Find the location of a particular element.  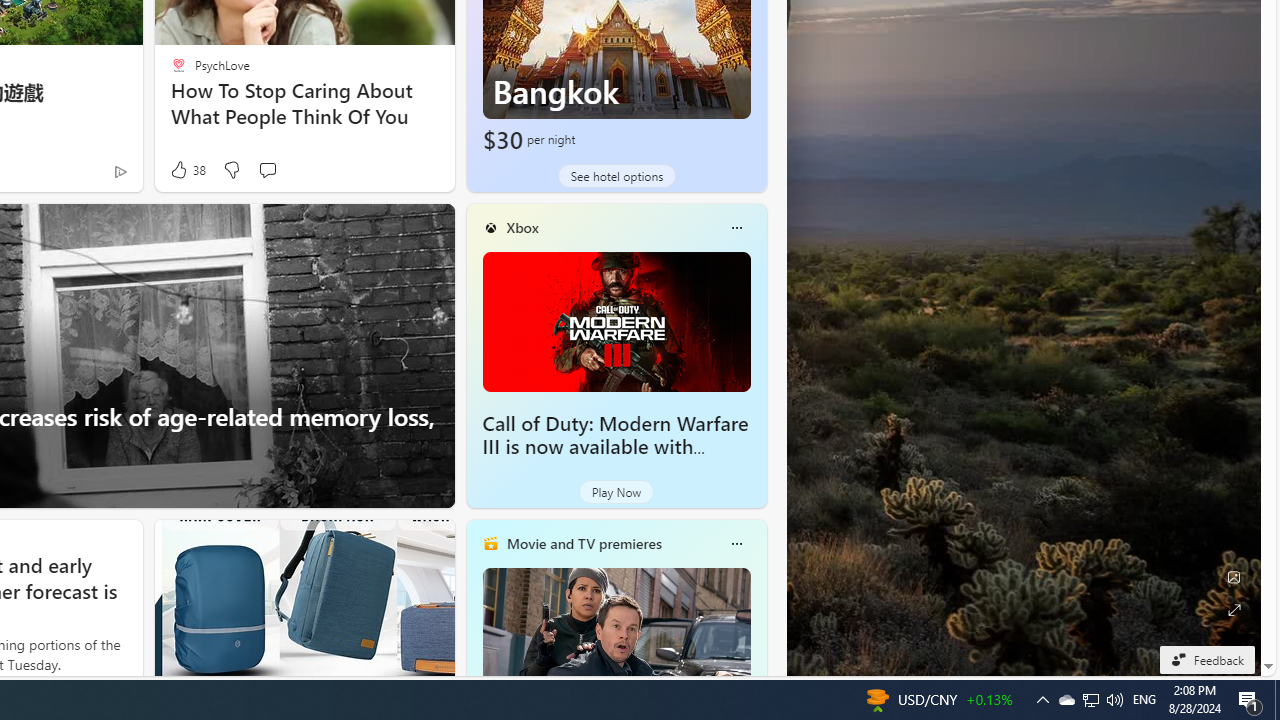

'Class: icon-img' is located at coordinates (735, 543).